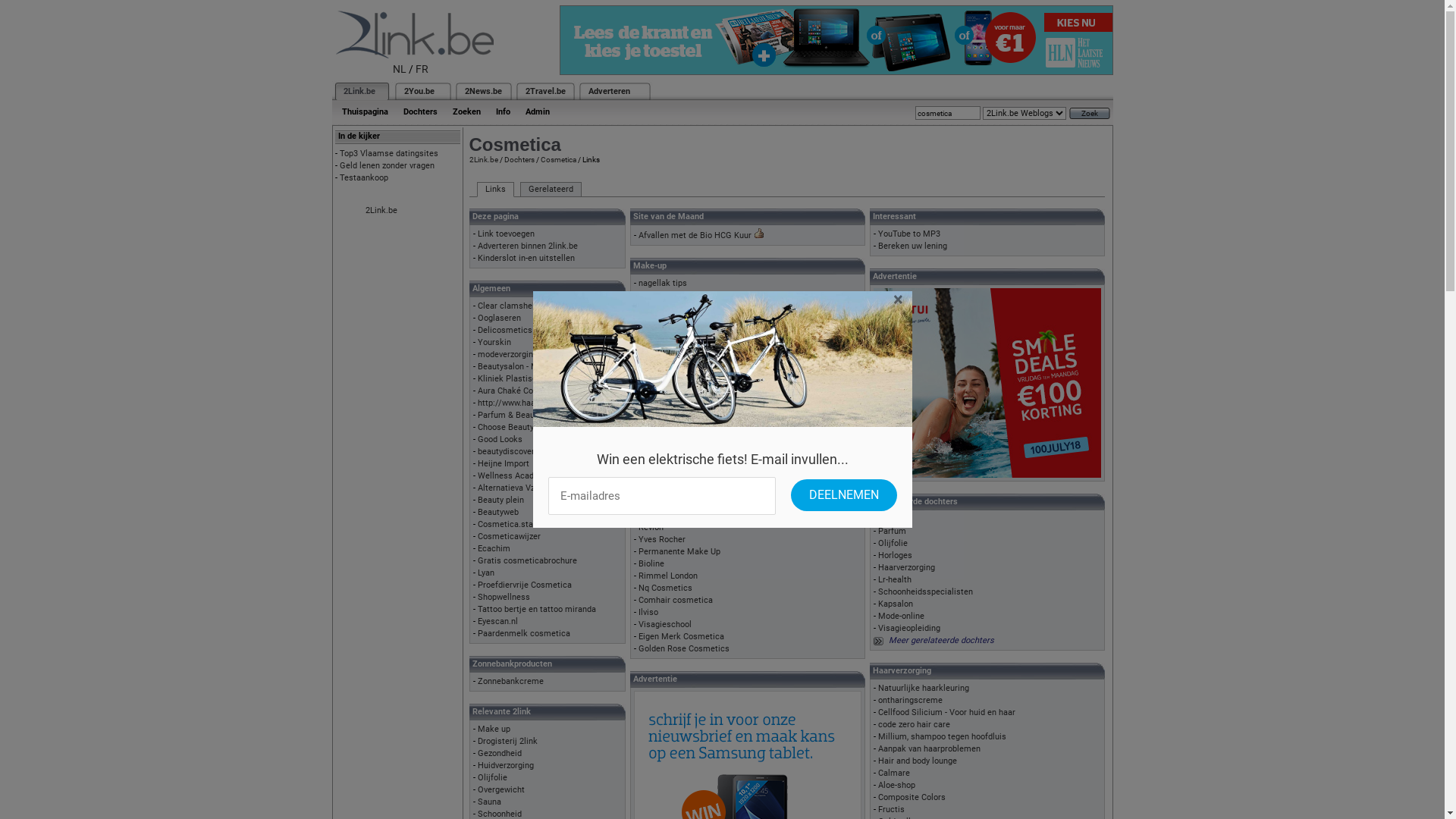  What do you see at coordinates (507, 354) in the screenshot?
I see `'modeverzorging'` at bounding box center [507, 354].